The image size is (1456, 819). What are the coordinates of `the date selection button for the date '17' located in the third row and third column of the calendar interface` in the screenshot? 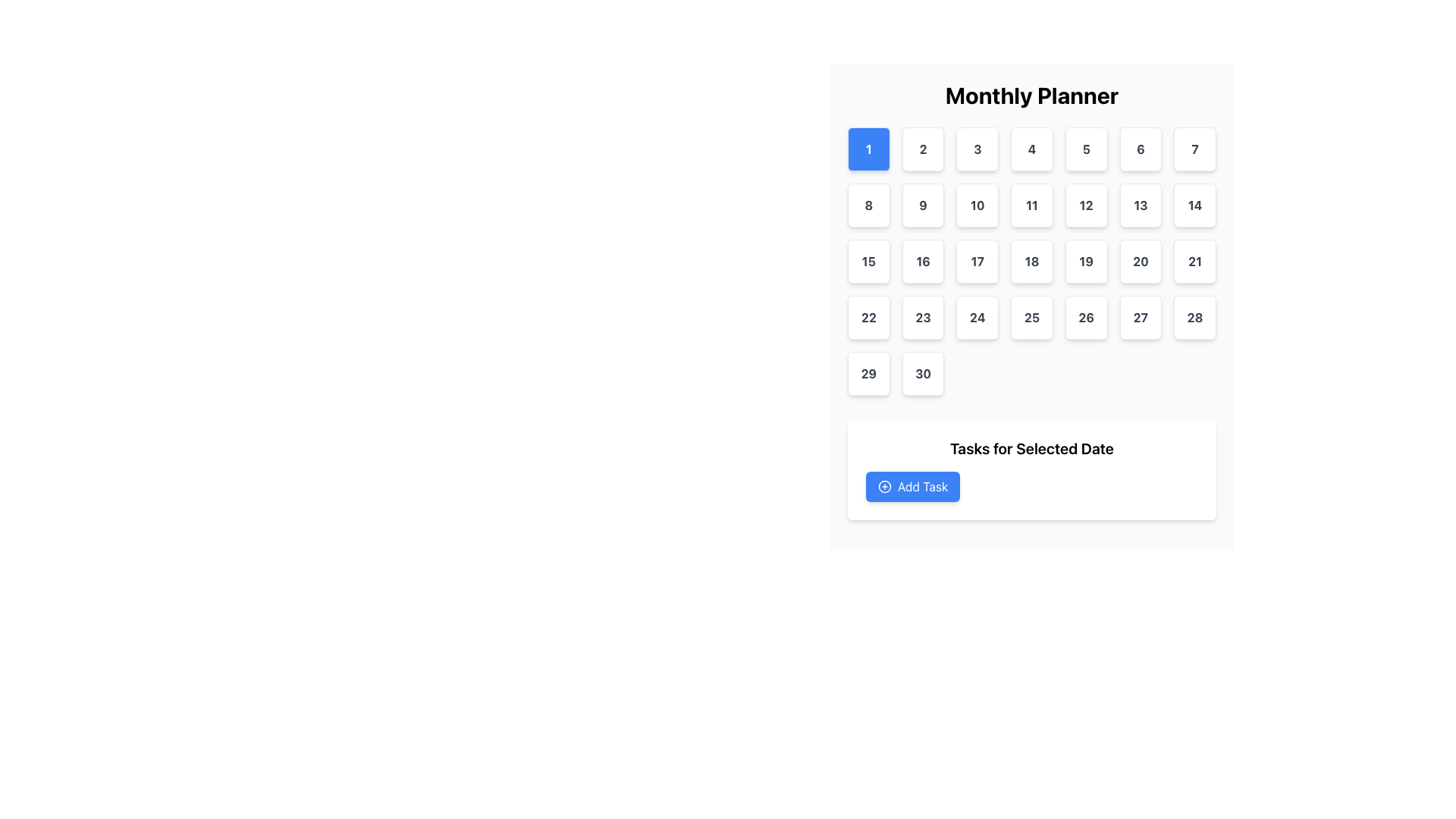 It's located at (977, 260).